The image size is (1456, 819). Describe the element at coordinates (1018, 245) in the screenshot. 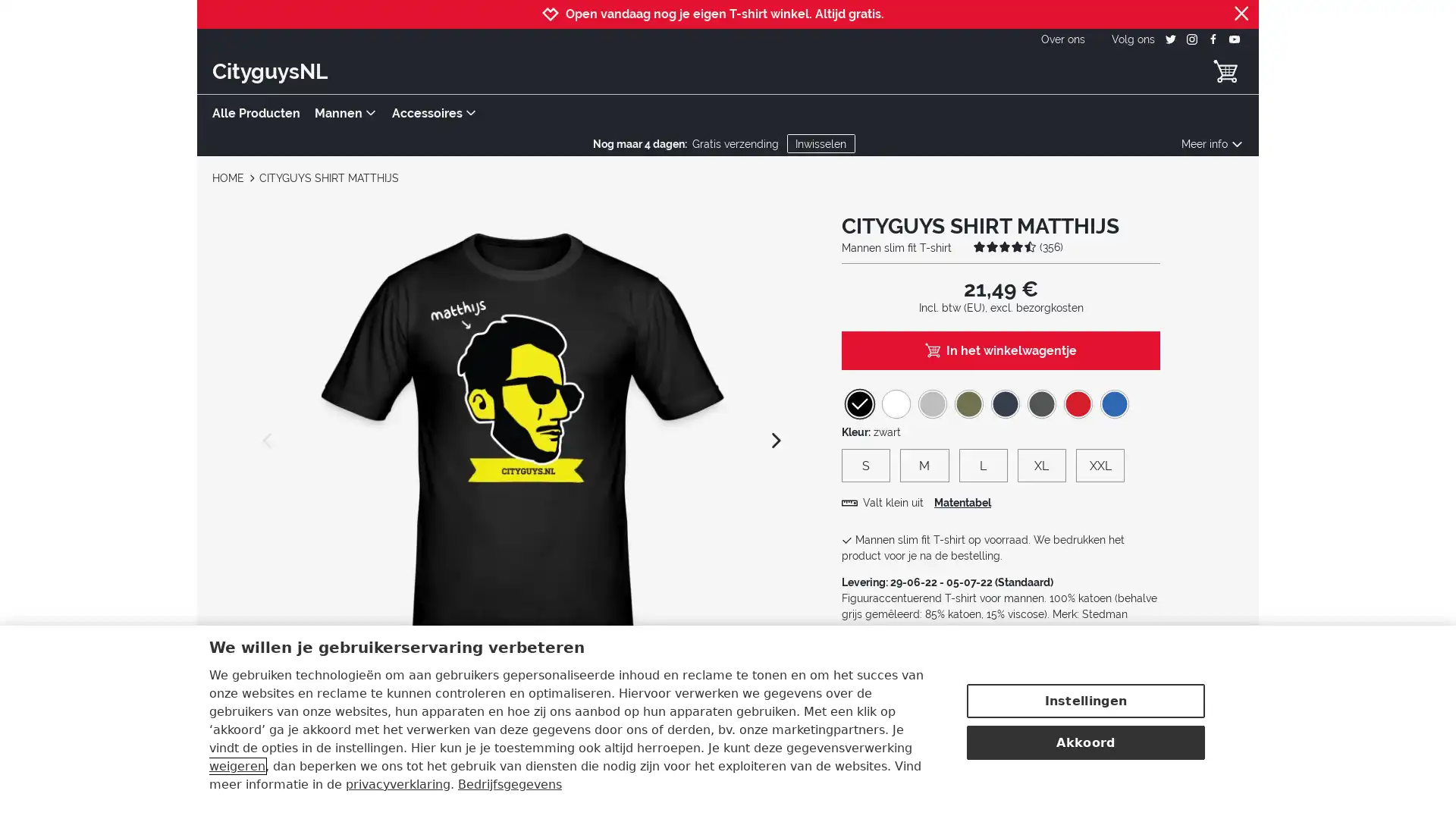

I see `(356)` at that location.